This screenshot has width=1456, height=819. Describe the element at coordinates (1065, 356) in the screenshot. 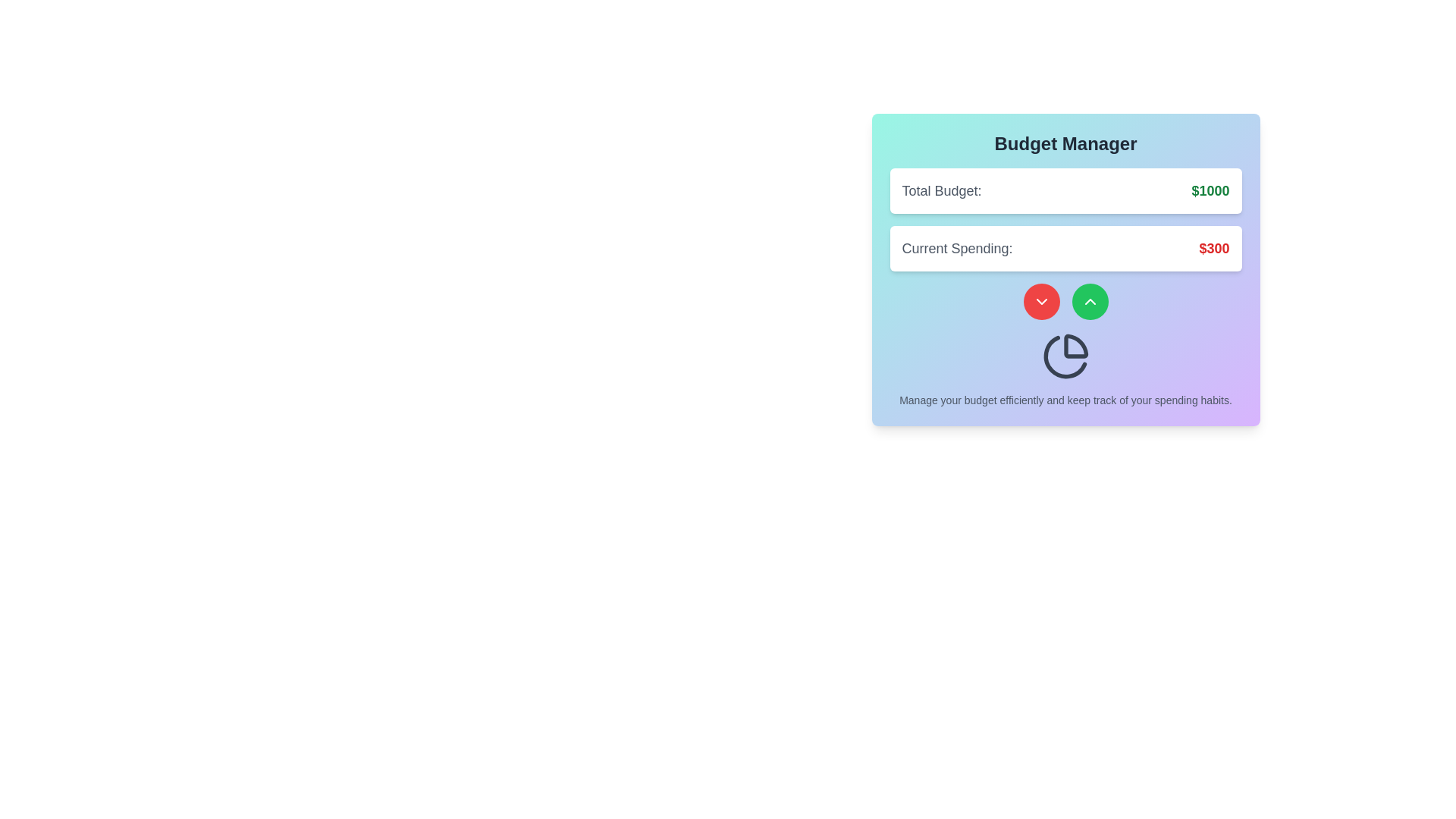

I see `the circular pie chart icon styled in a minimalist design, located near the bottom center of the card under the text 'Current Spending: $300'` at that location.